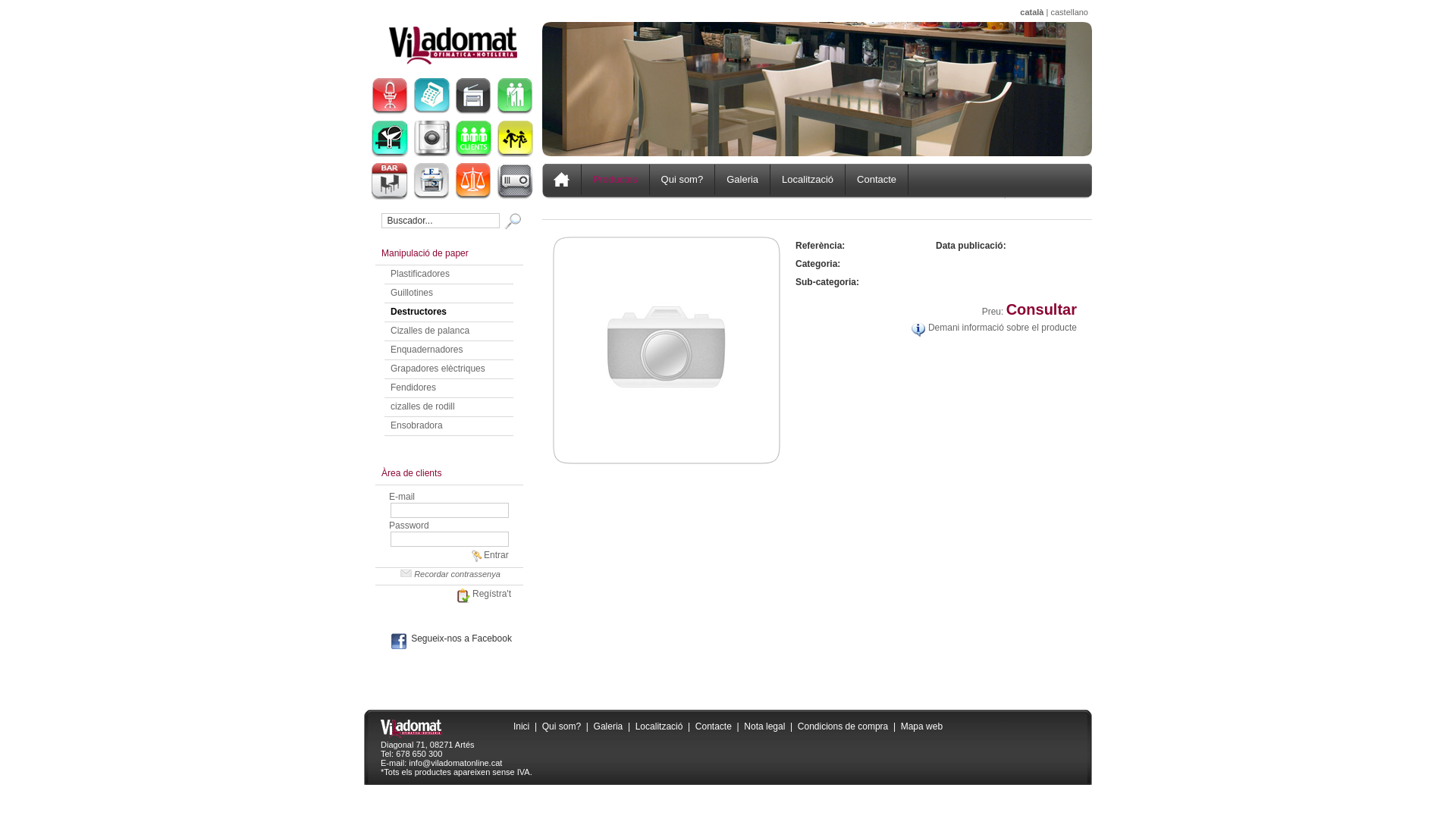 The height and width of the screenshot is (819, 1456). What do you see at coordinates (439, 220) in the screenshot?
I see `'Buscador...'` at bounding box center [439, 220].